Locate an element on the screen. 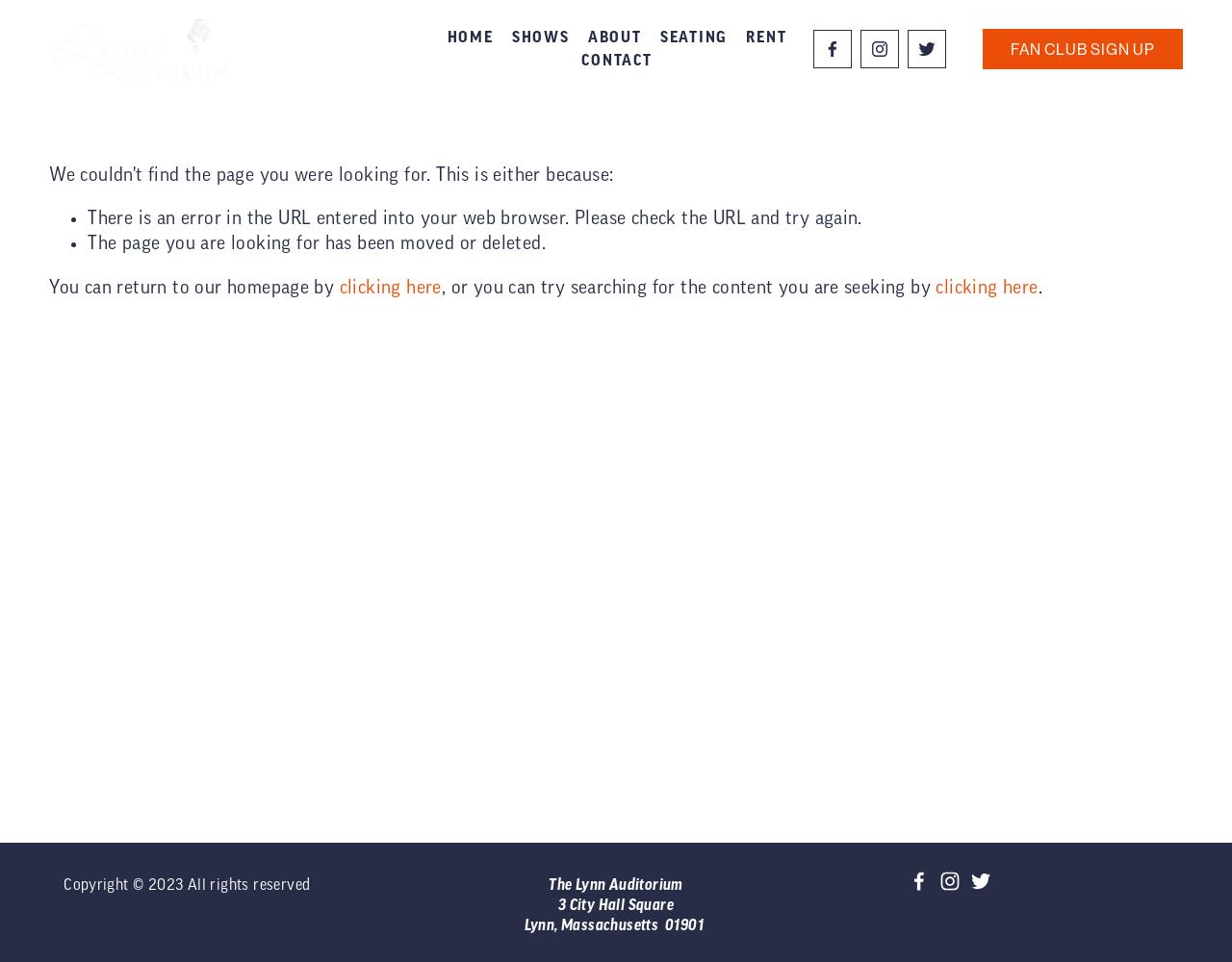 Image resolution: width=1232 pixels, height=962 pixels. 'There is an error in the URL entered into your web browser. Please check the URL and try again.' is located at coordinates (475, 217).